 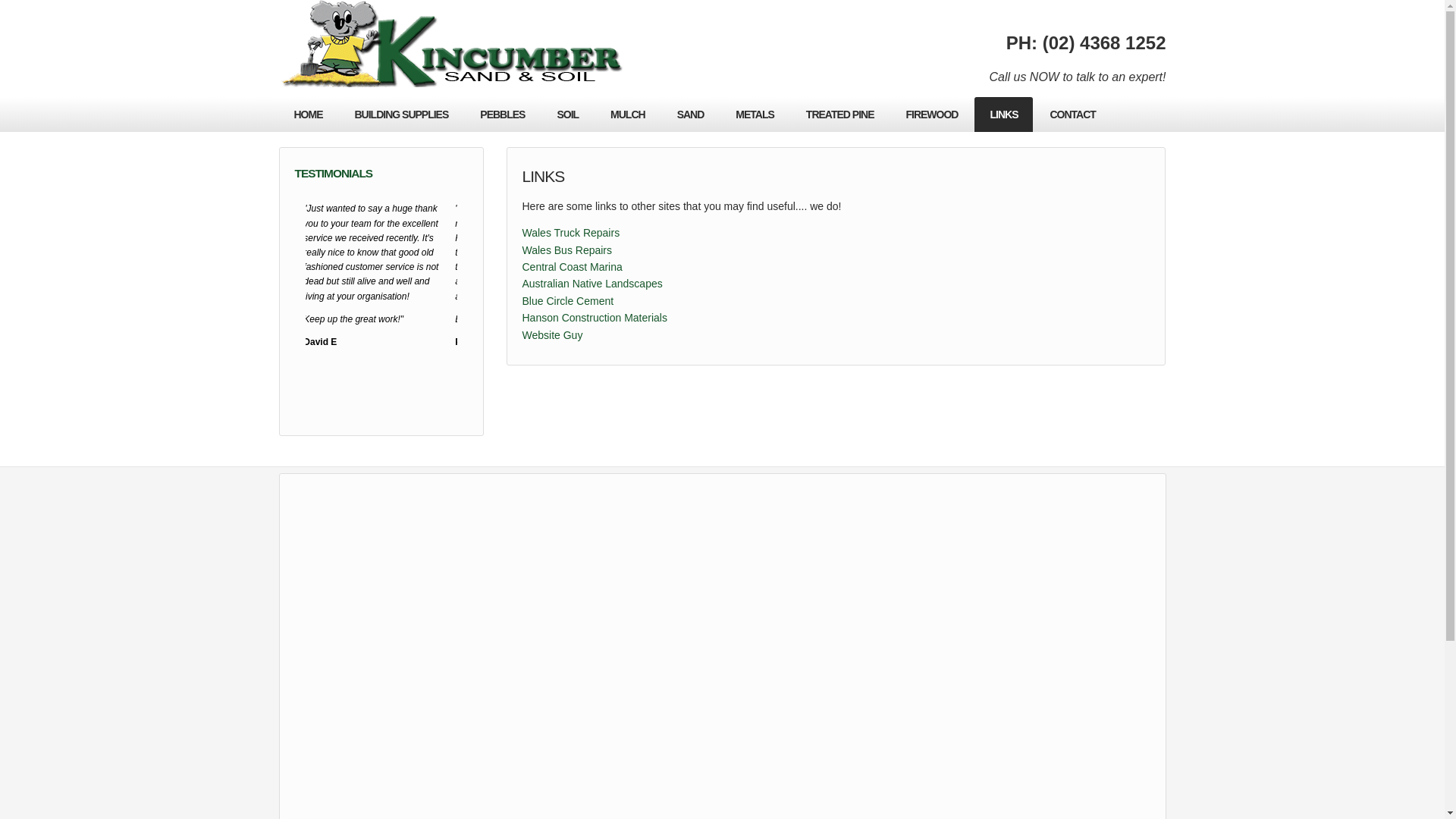 What do you see at coordinates (755, 113) in the screenshot?
I see `'METALS'` at bounding box center [755, 113].